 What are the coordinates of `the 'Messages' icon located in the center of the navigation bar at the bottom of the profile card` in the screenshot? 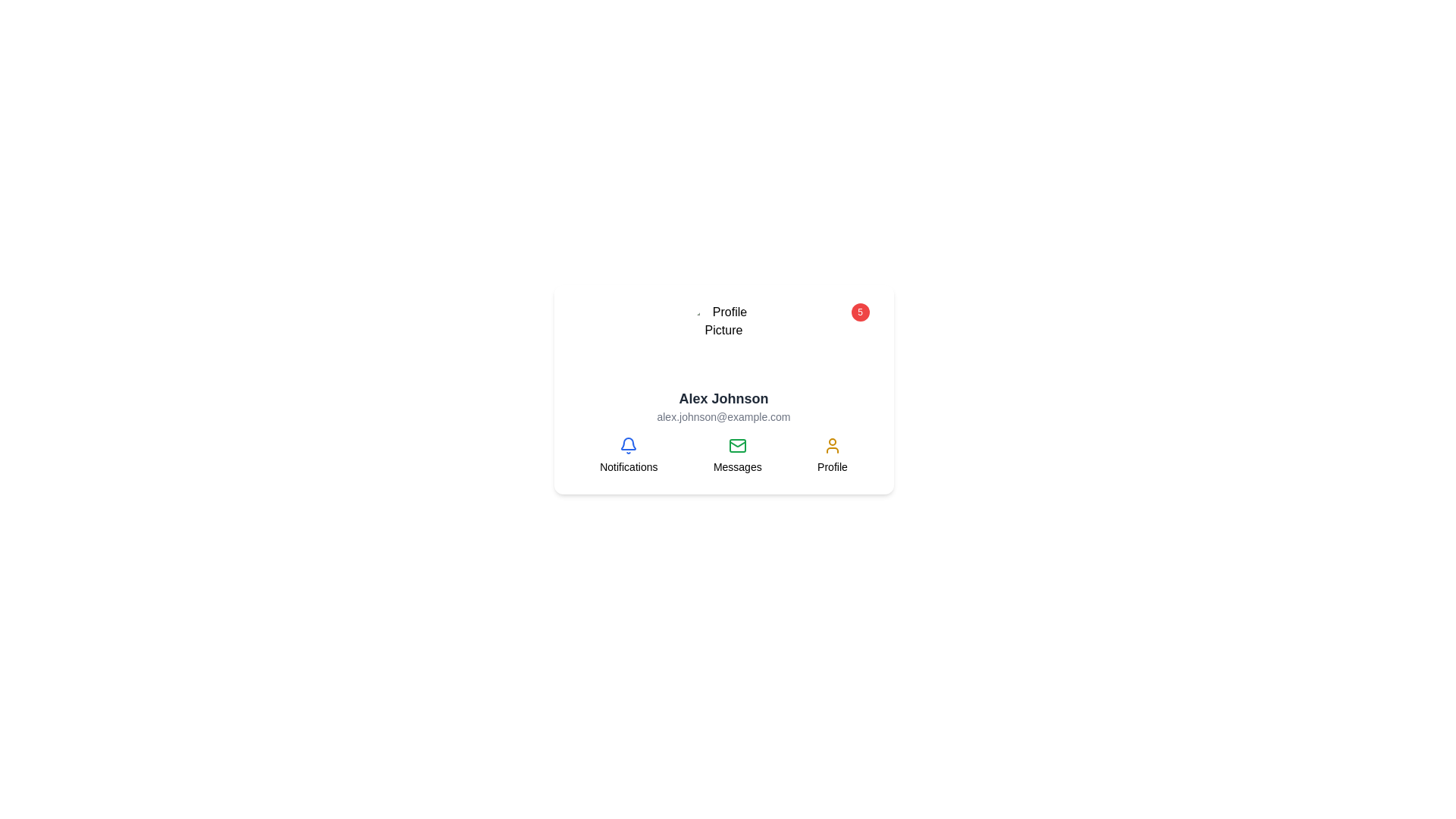 It's located at (723, 455).